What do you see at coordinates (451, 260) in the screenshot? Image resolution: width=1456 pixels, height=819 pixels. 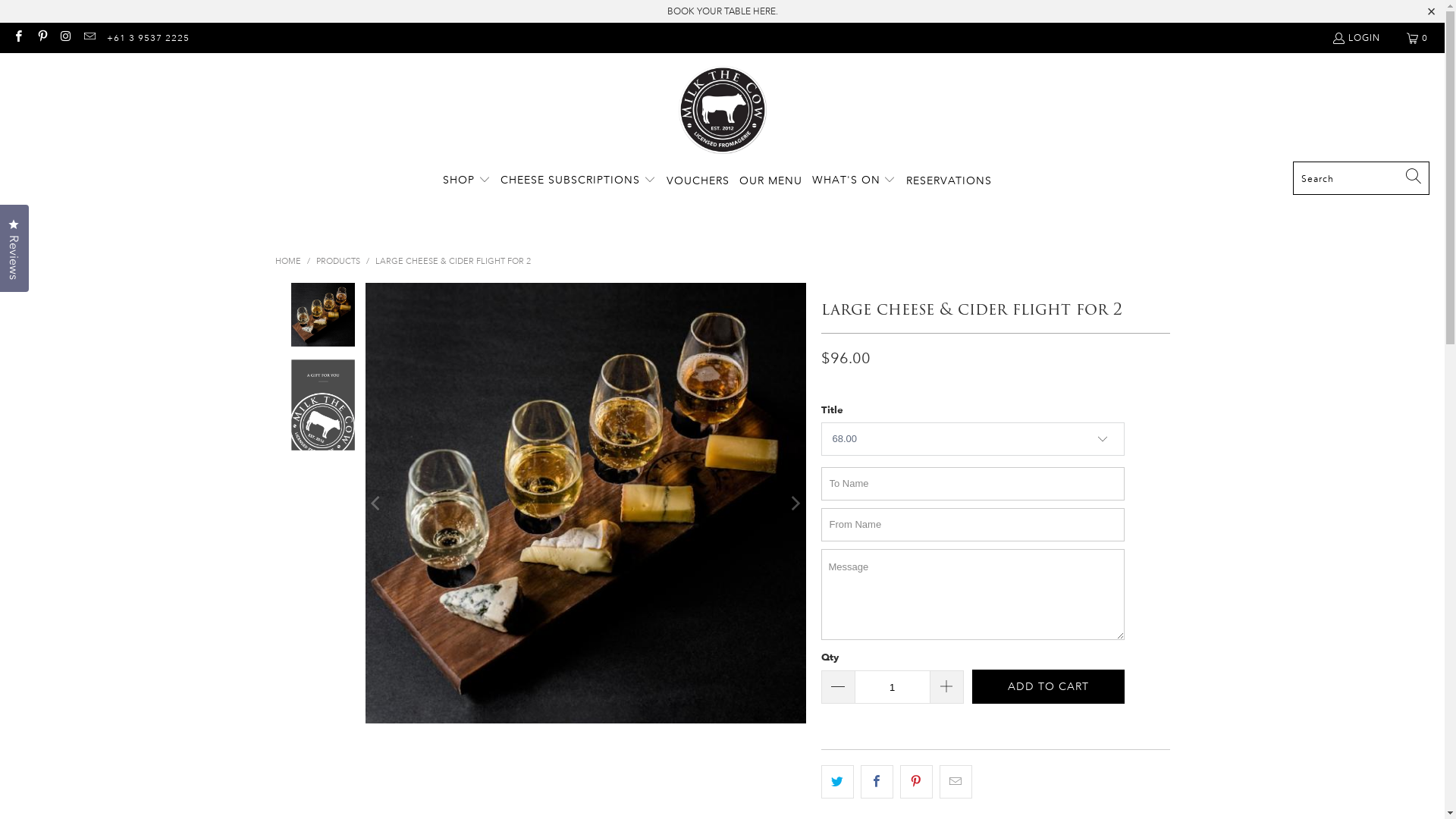 I see `'LARGE CHEESE & CIDER FLIGHT FOR 2'` at bounding box center [451, 260].